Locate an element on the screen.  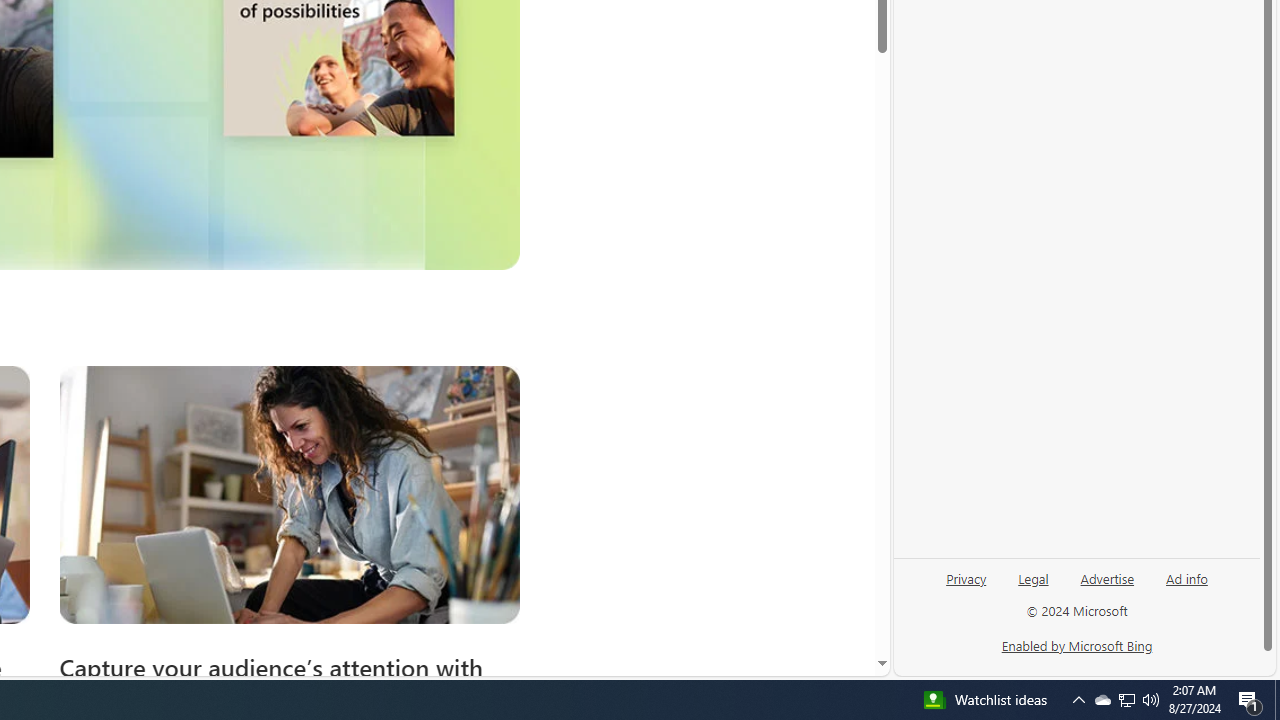
'Ad info' is located at coordinates (1186, 585).